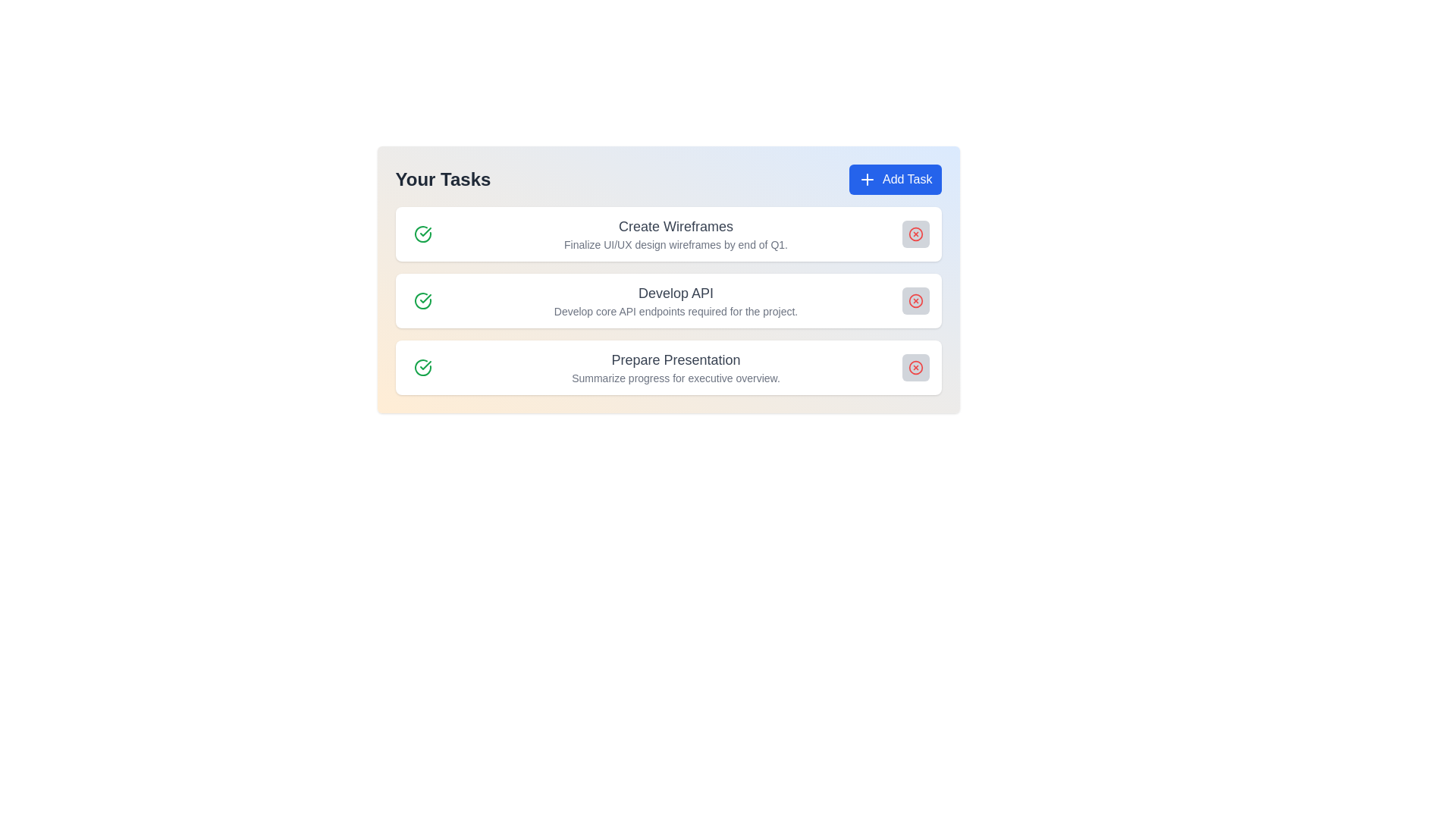 This screenshot has width=1456, height=819. I want to click on the Text Display Component displaying 'Prepare Presentation' and 'Summarize progress for executive overview', which is the third item in a vertically stacked list of tasks, so click(675, 368).